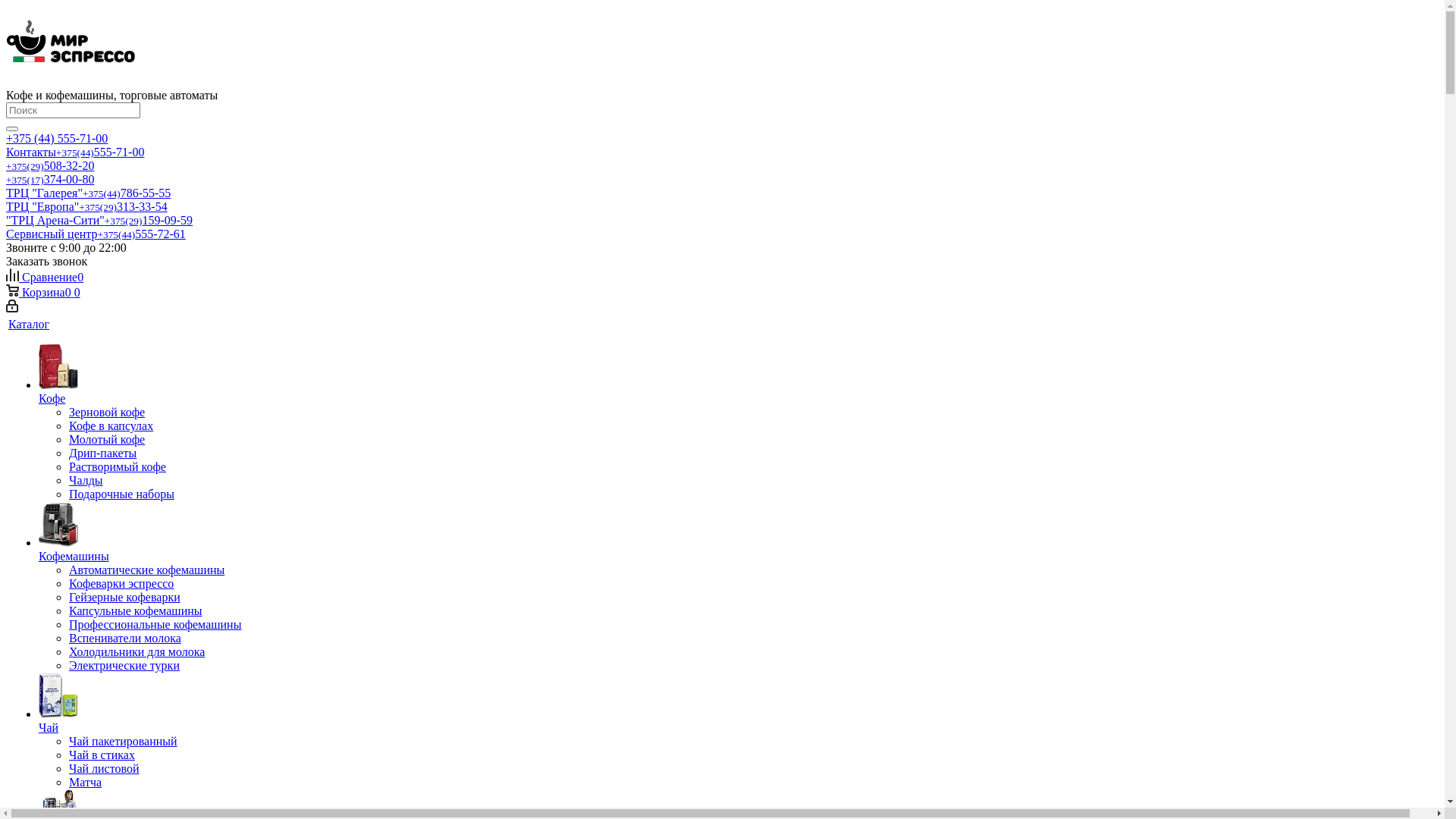 Image resolution: width=1456 pixels, height=819 pixels. I want to click on '+375(29)508-32-20', so click(50, 165).